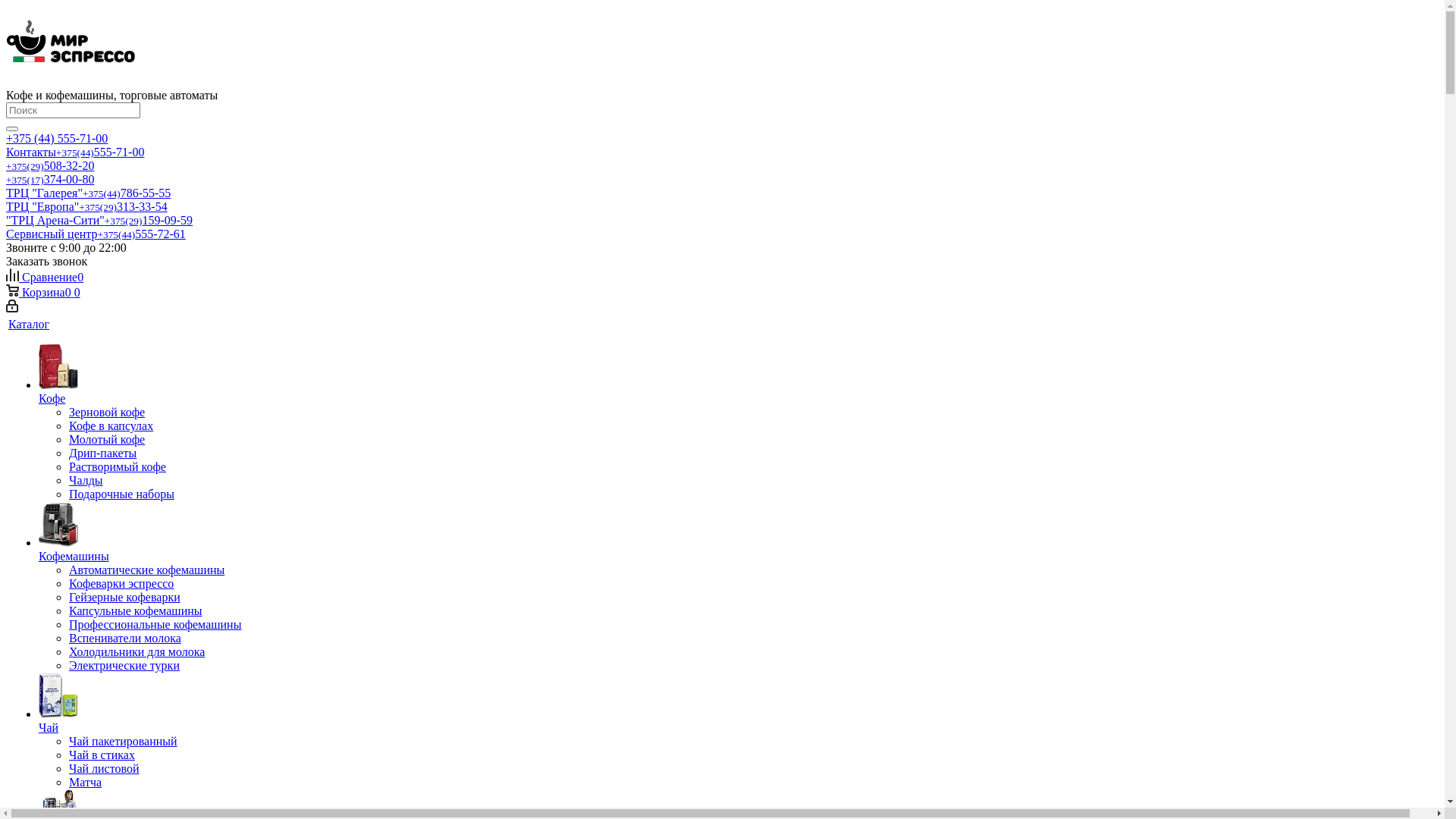 Image resolution: width=1456 pixels, height=819 pixels. I want to click on '+375(29)508-32-20', so click(50, 165).